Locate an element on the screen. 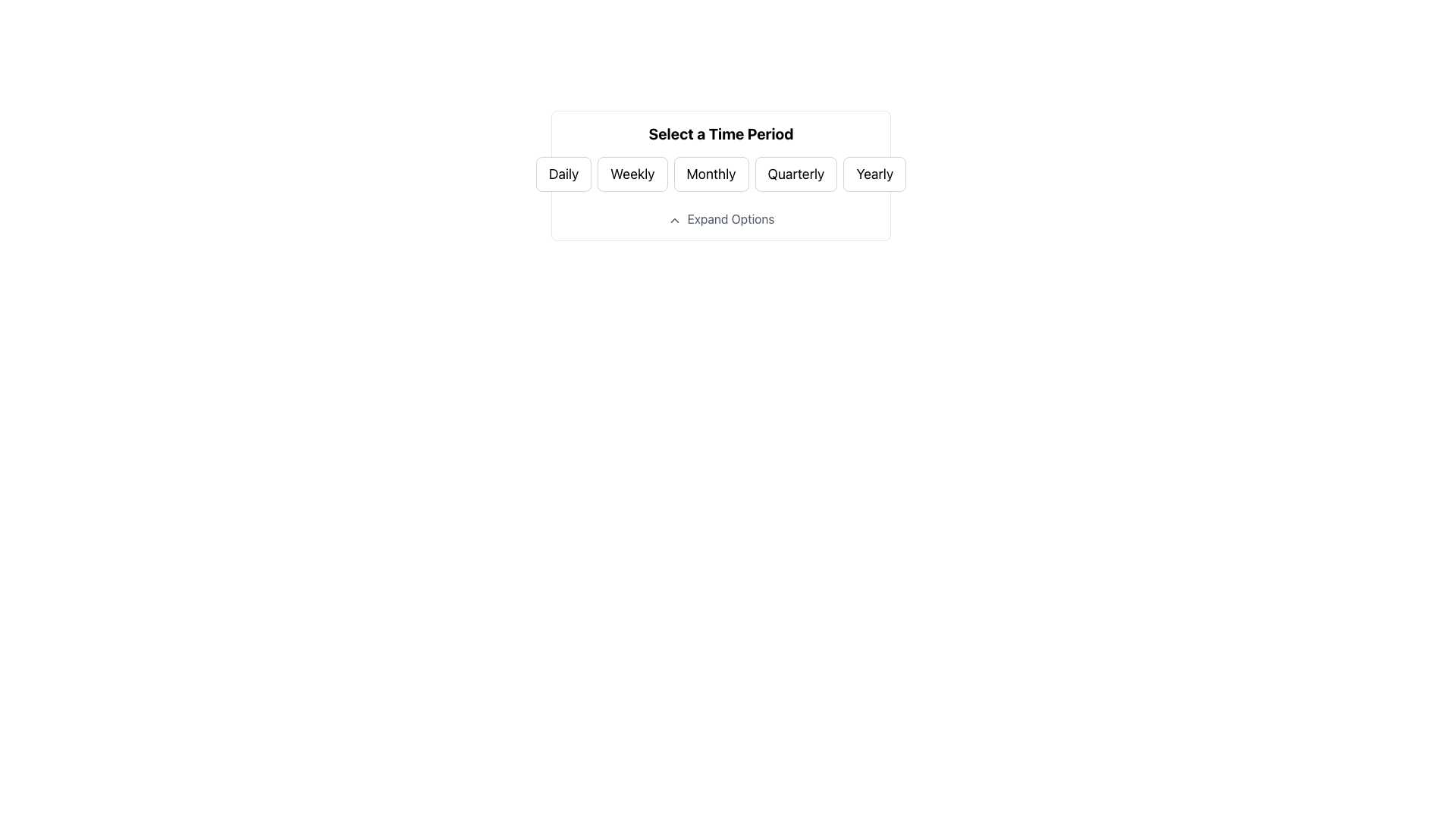 The image size is (1456, 819). the toggle button located below the time period buttons is located at coordinates (720, 219).